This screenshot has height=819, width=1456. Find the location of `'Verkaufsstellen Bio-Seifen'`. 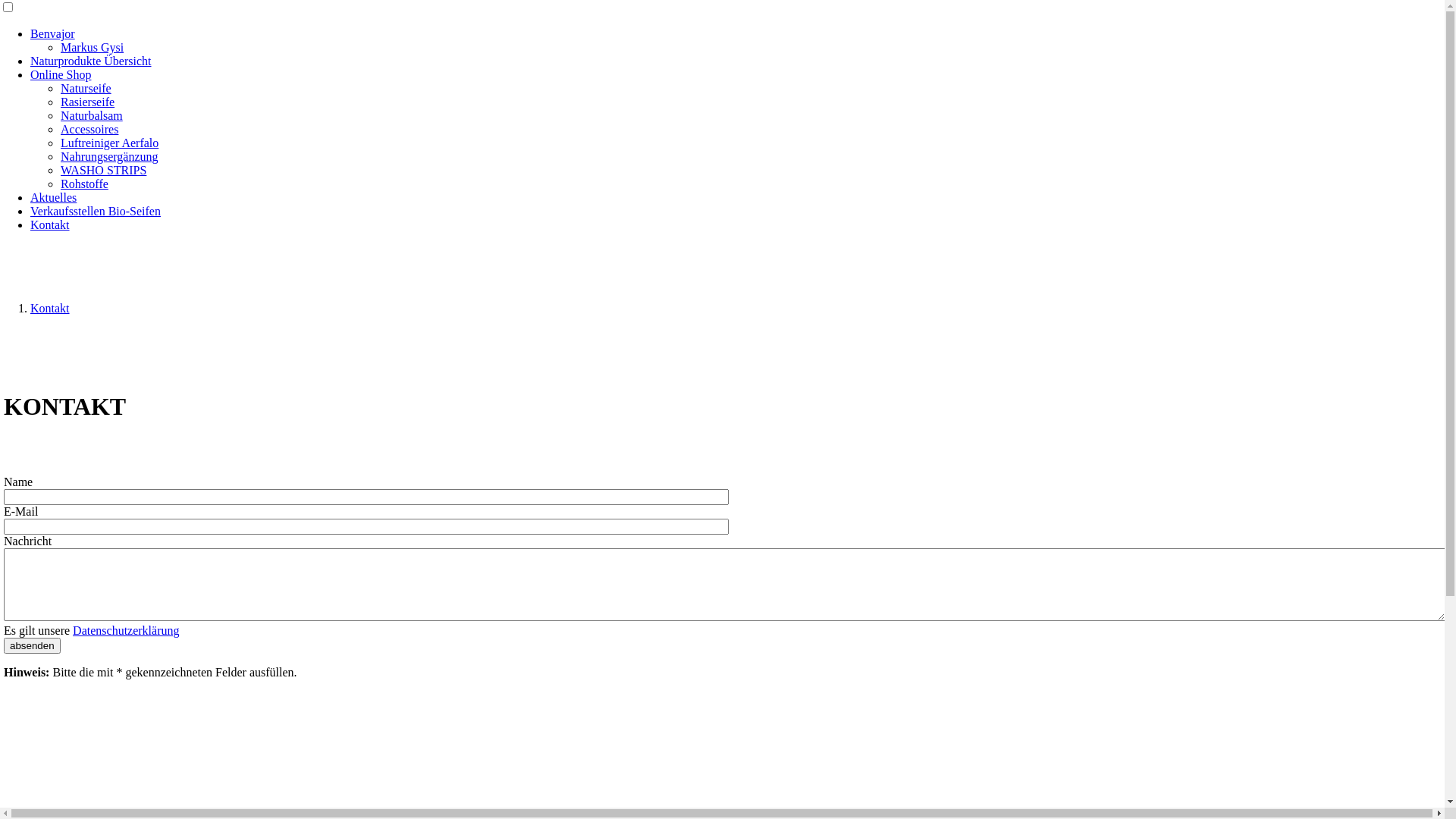

'Verkaufsstellen Bio-Seifen' is located at coordinates (94, 211).